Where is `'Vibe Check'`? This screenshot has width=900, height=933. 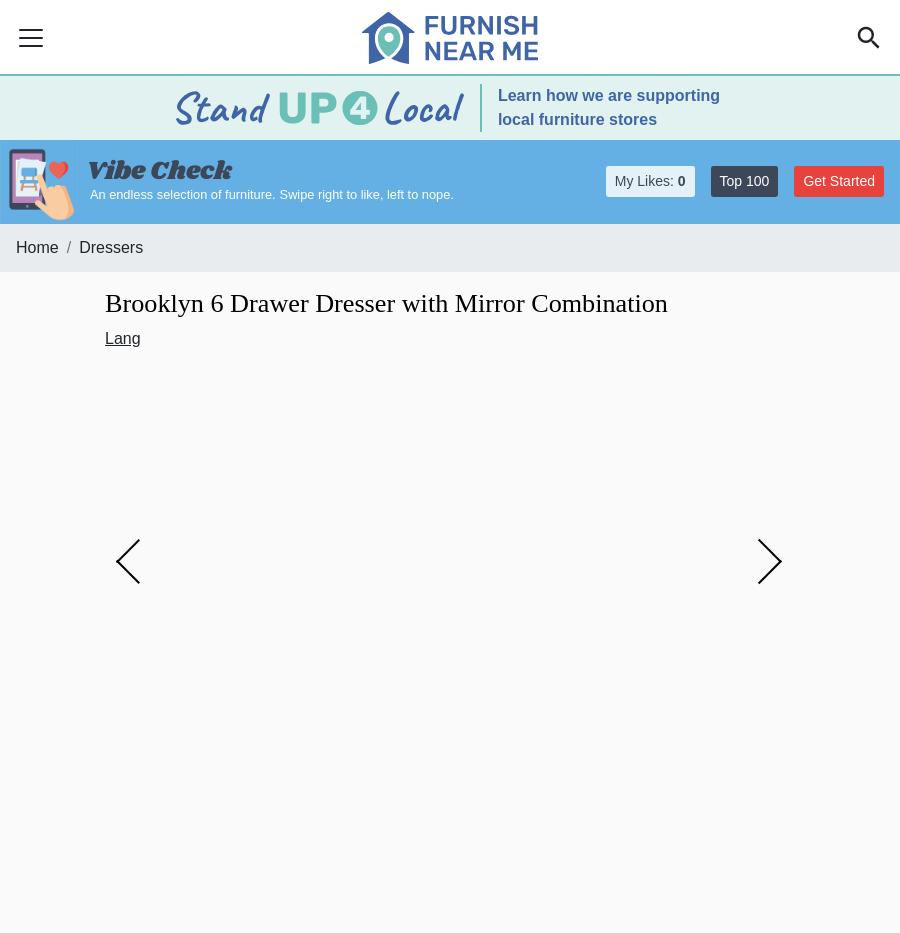
'Vibe Check' is located at coordinates (158, 171).